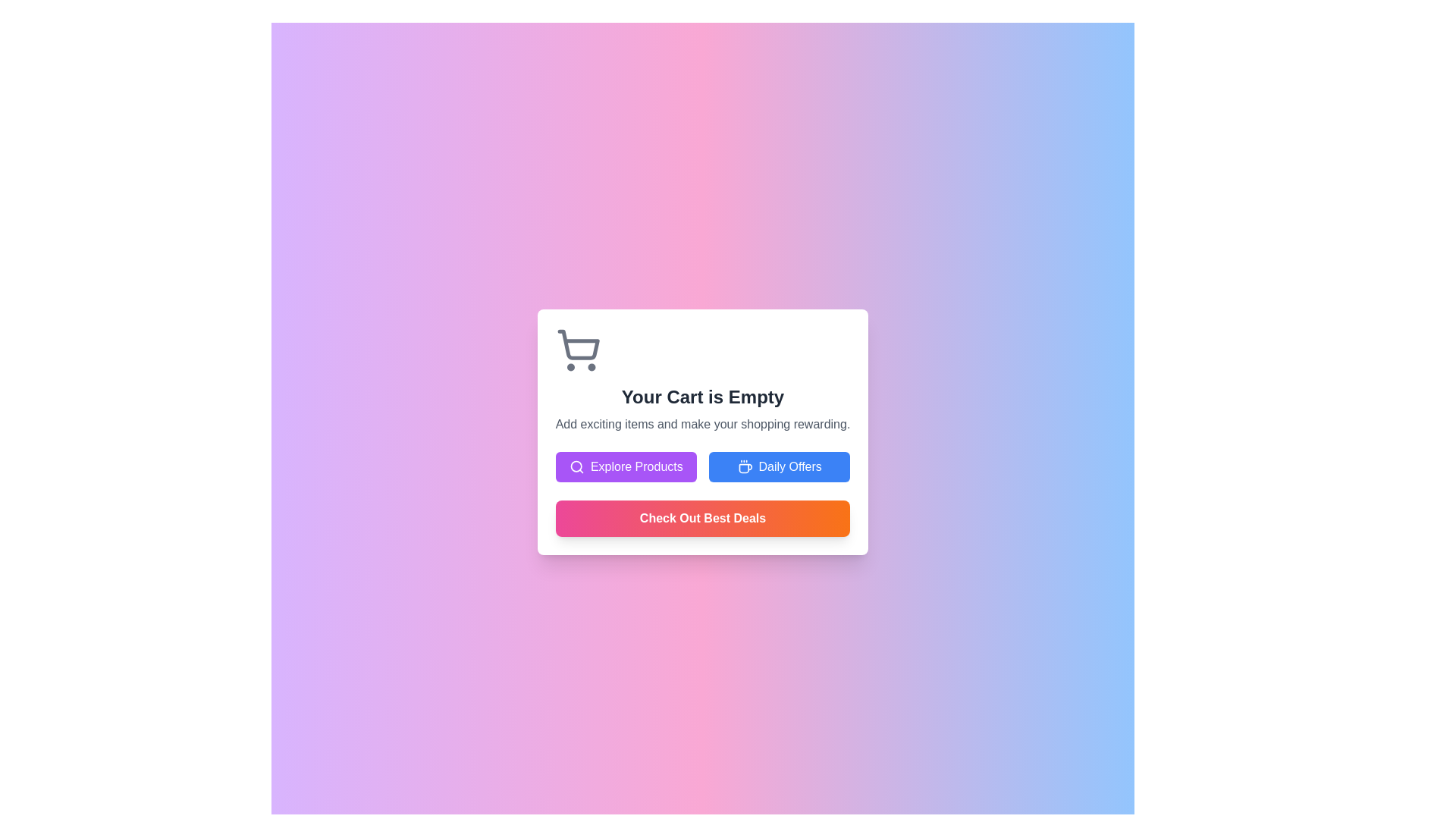 This screenshot has height=819, width=1456. Describe the element at coordinates (780, 466) in the screenshot. I see `the 'Daily Offers' button, which is a blue button with white text and a coffee cup icon, to trigger visual feedback` at that location.